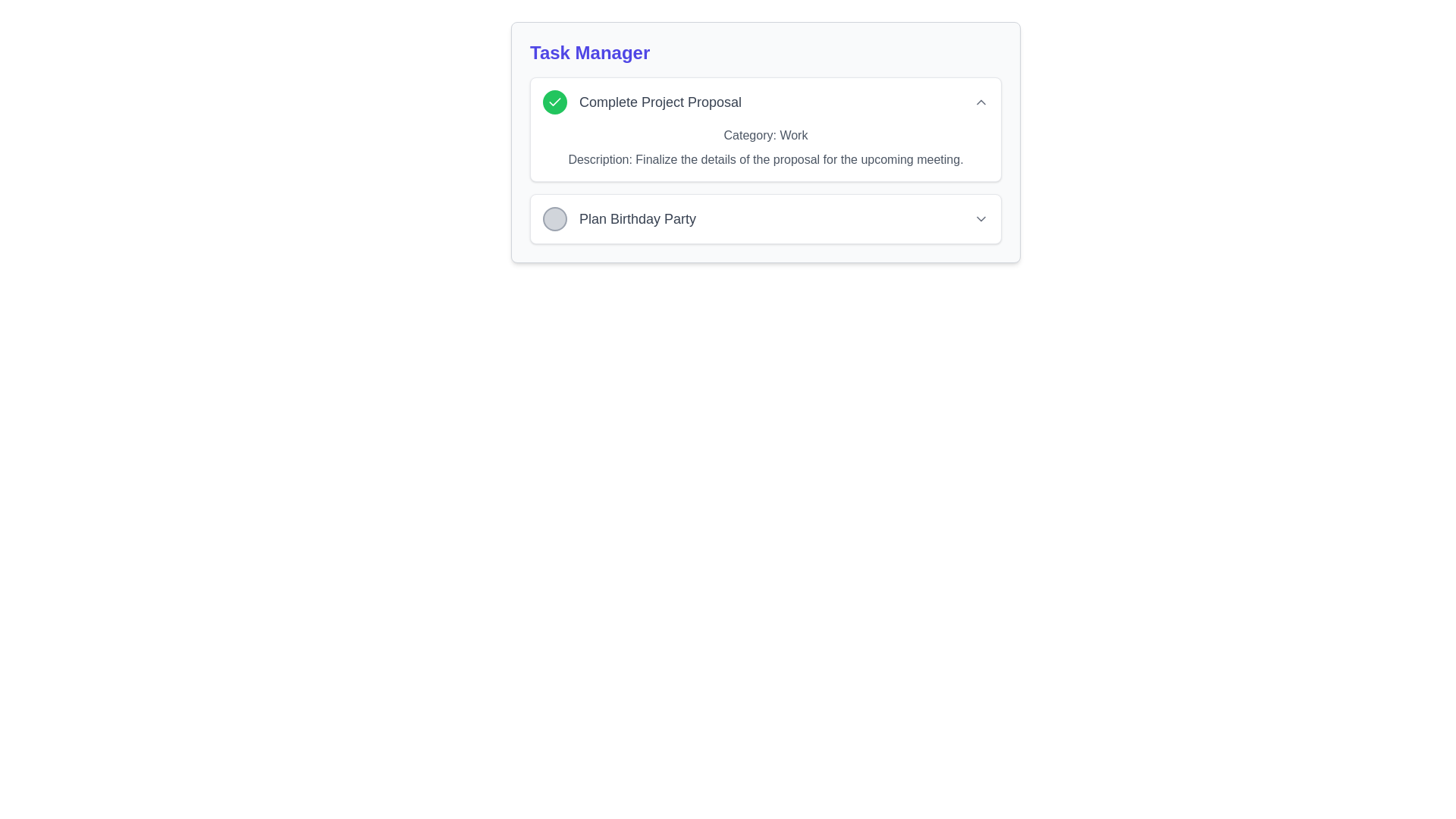 This screenshot has width=1456, height=819. What do you see at coordinates (619, 219) in the screenshot?
I see `the checkbox next to the task item 'Plan Birthday Party' in the Task Manager` at bounding box center [619, 219].